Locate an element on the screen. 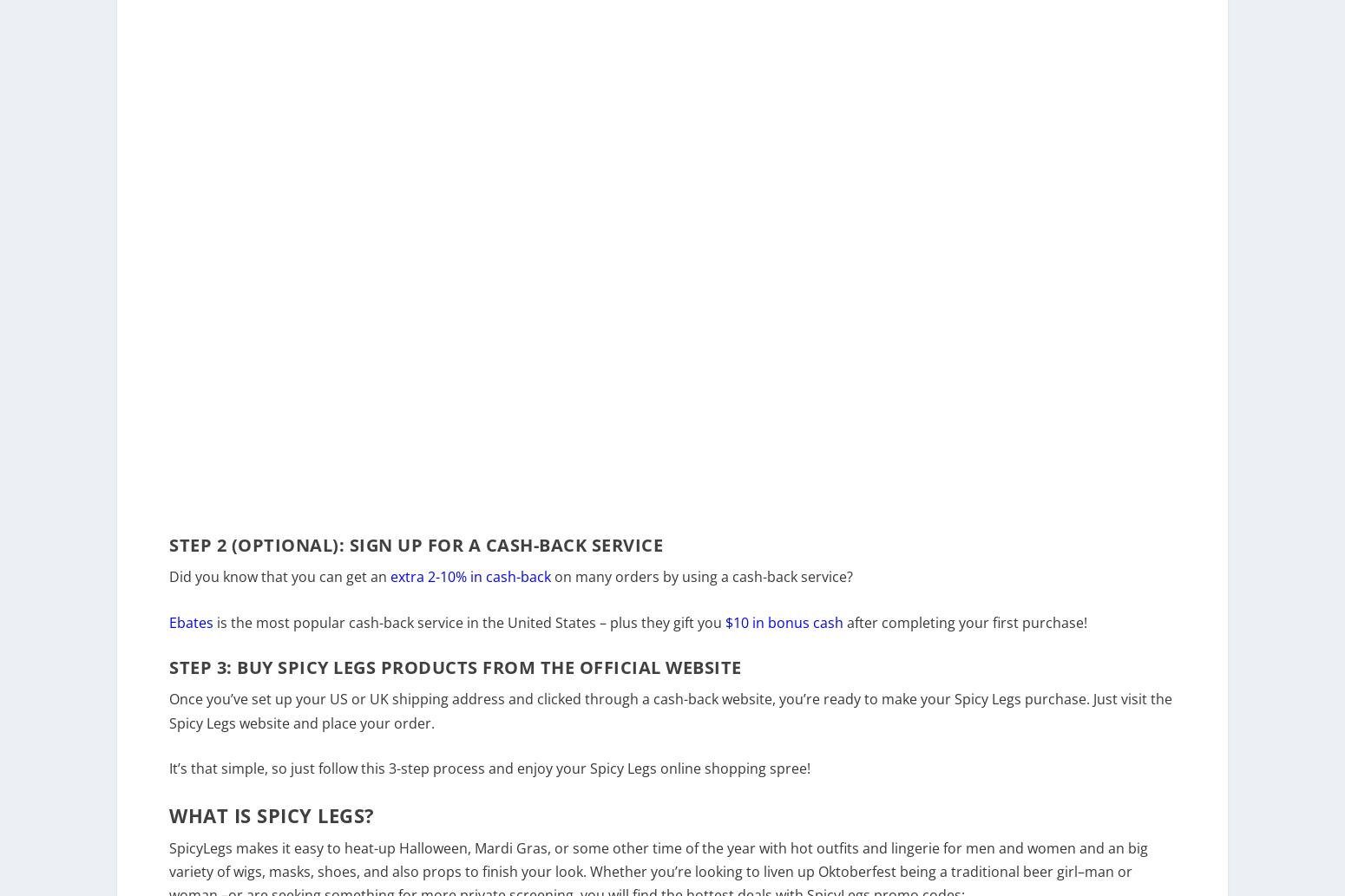  'in the United States – plus they gift you' is located at coordinates (593, 633).